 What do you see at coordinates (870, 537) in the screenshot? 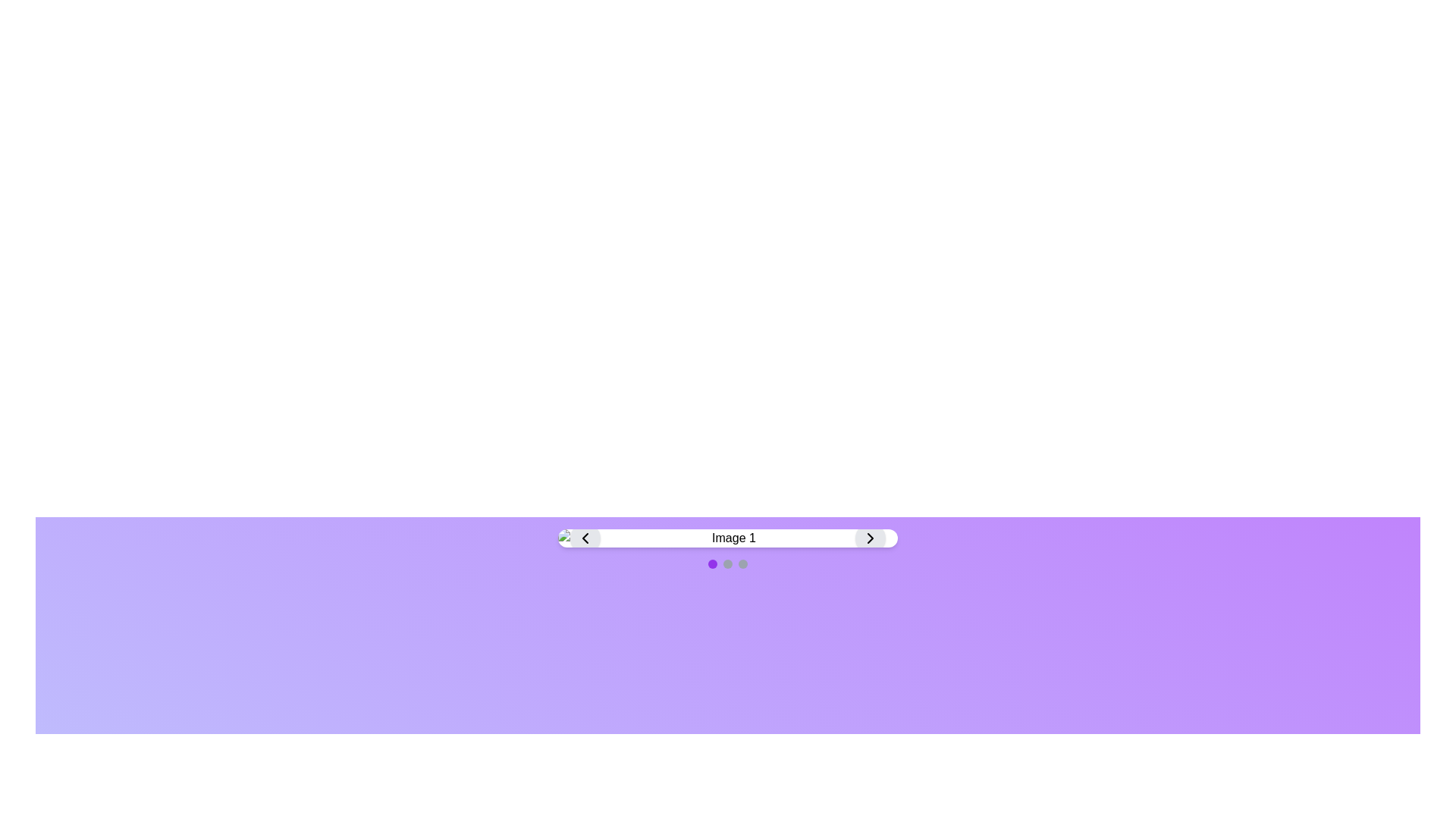
I see `the right-arrow button located on the right-hand side of the interface` at bounding box center [870, 537].